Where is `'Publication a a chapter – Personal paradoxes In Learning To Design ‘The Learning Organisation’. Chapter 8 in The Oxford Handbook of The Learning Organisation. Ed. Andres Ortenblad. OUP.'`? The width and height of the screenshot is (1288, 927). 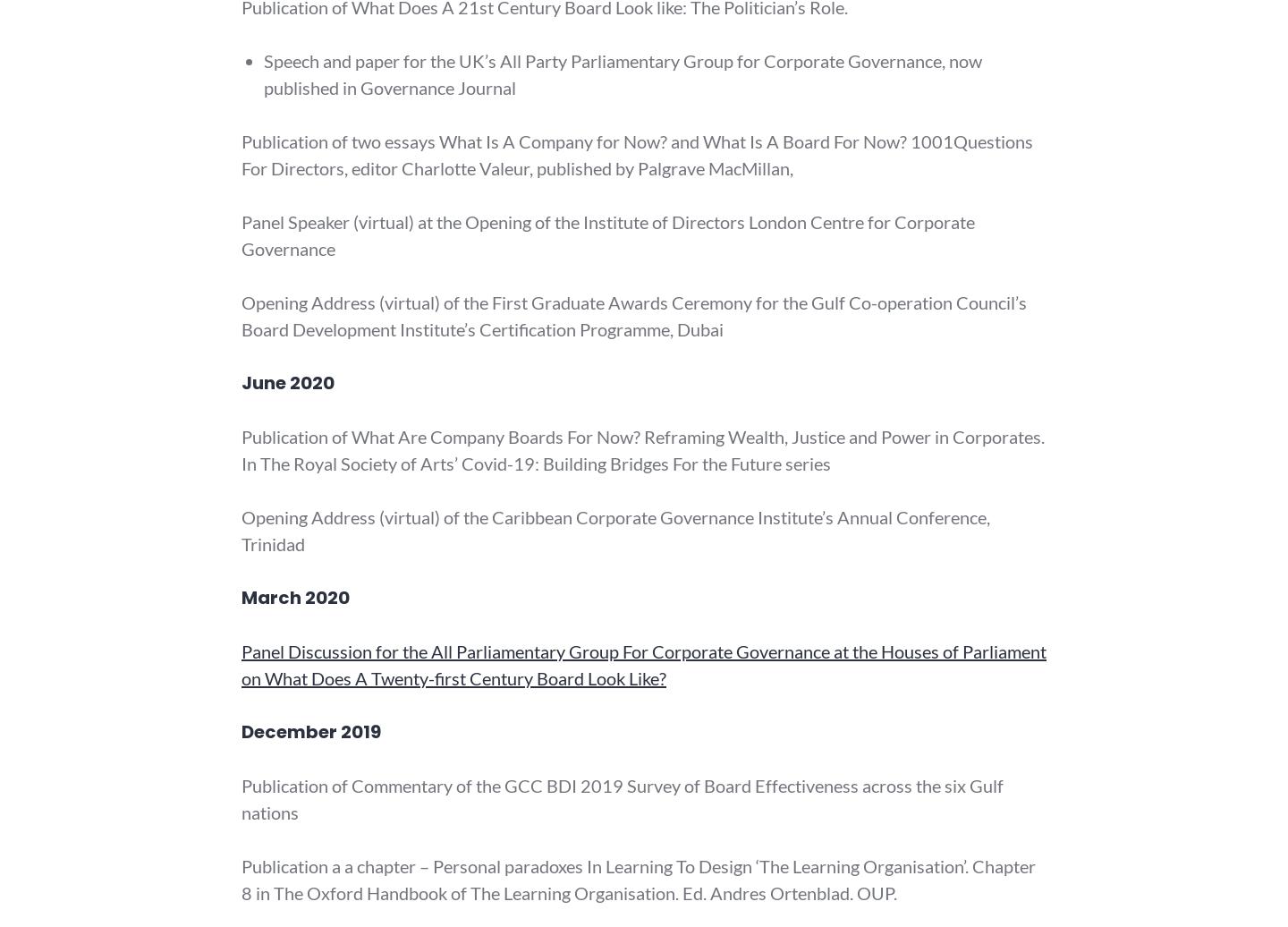
'Publication a a chapter – Personal paradoxes In Learning To Design ‘The Learning Organisation’. Chapter 8 in The Oxford Handbook of The Learning Organisation. Ed. Andres Ortenblad. OUP.' is located at coordinates (638, 879).